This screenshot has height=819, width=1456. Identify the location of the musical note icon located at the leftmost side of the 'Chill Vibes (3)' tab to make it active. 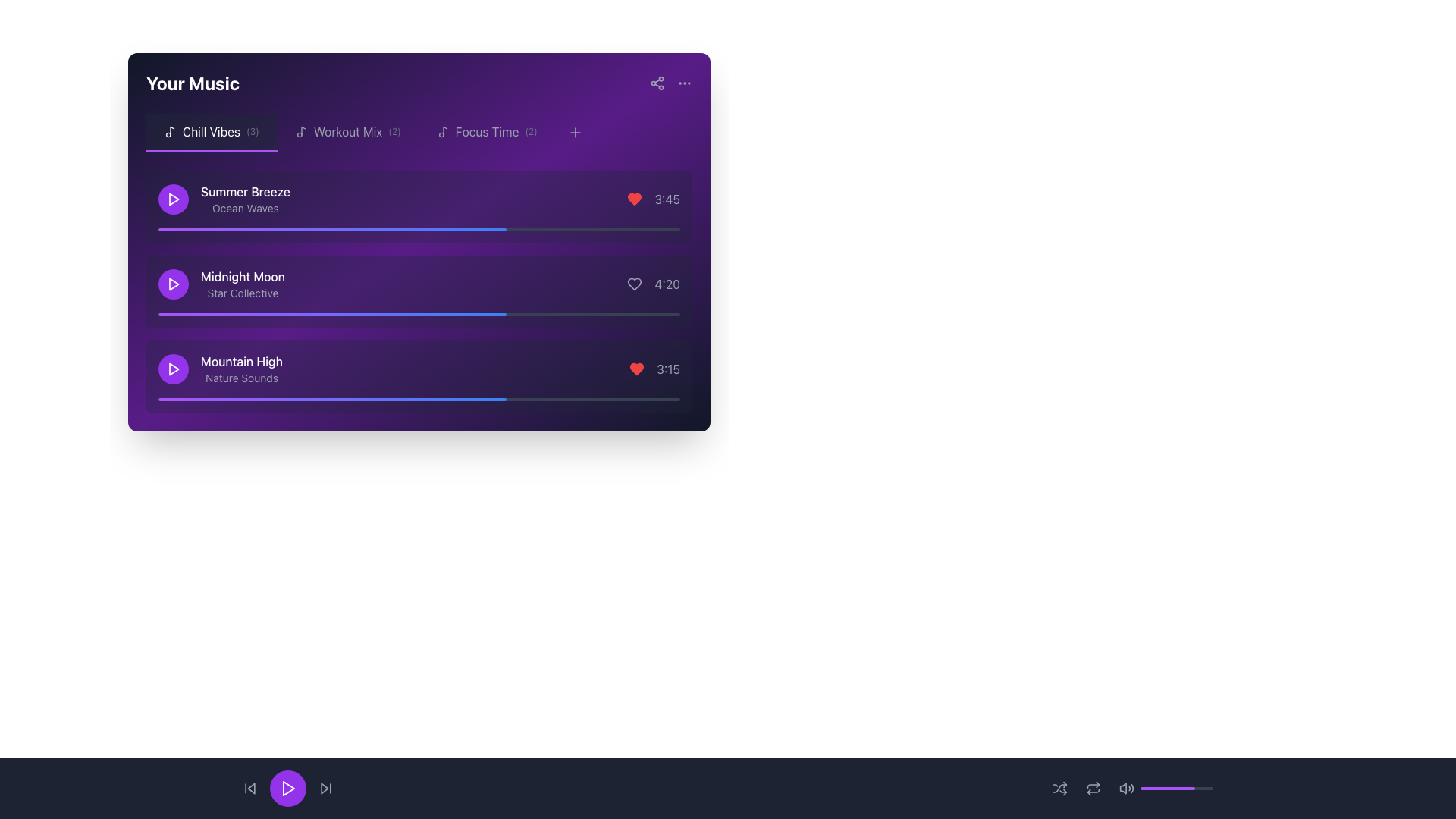
(171, 130).